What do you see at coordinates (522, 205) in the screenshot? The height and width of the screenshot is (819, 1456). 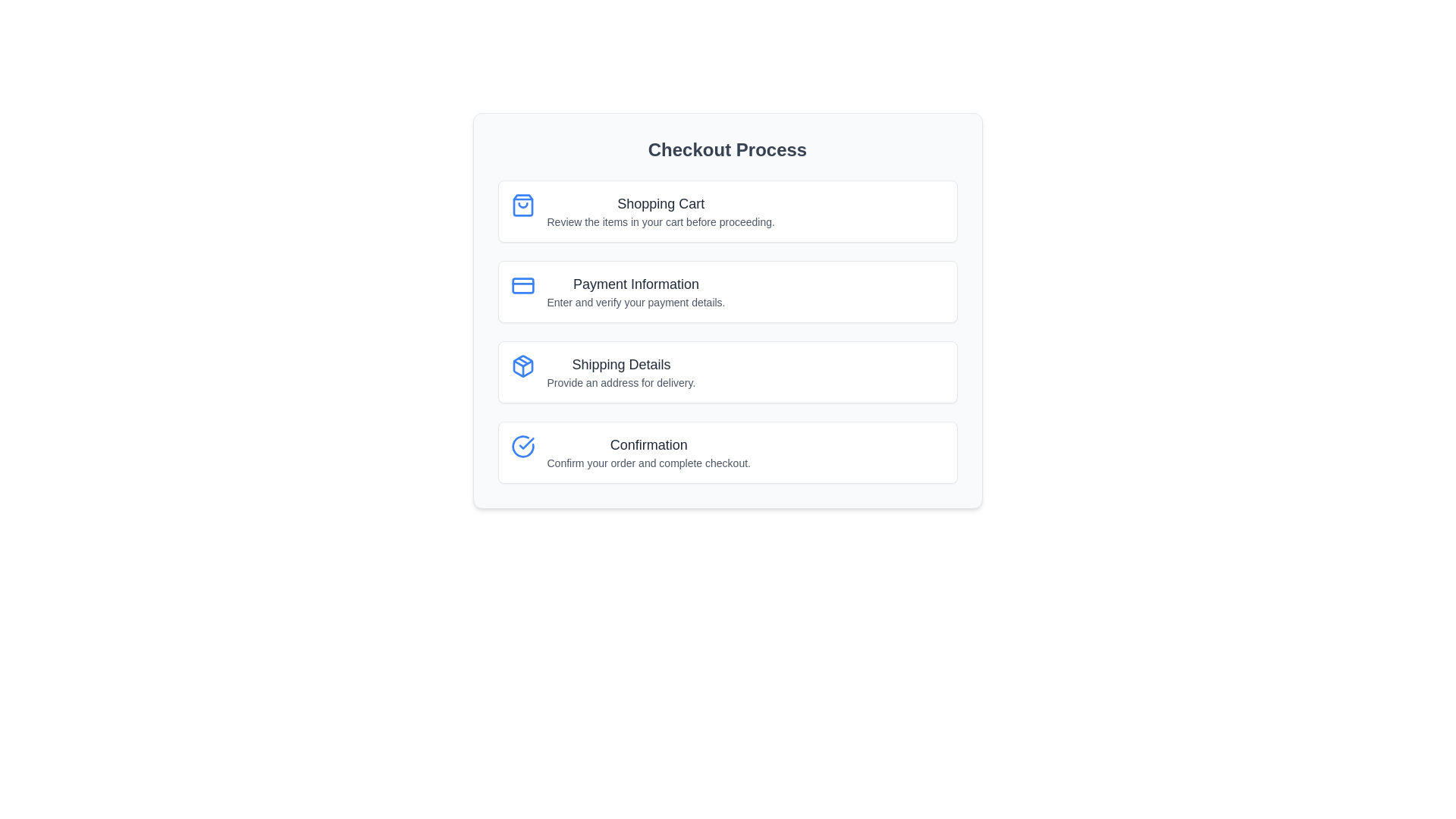 I see `the 'Shopping Cart' icon located in the top-left portion of the 'Shopping Cart' section` at bounding box center [522, 205].